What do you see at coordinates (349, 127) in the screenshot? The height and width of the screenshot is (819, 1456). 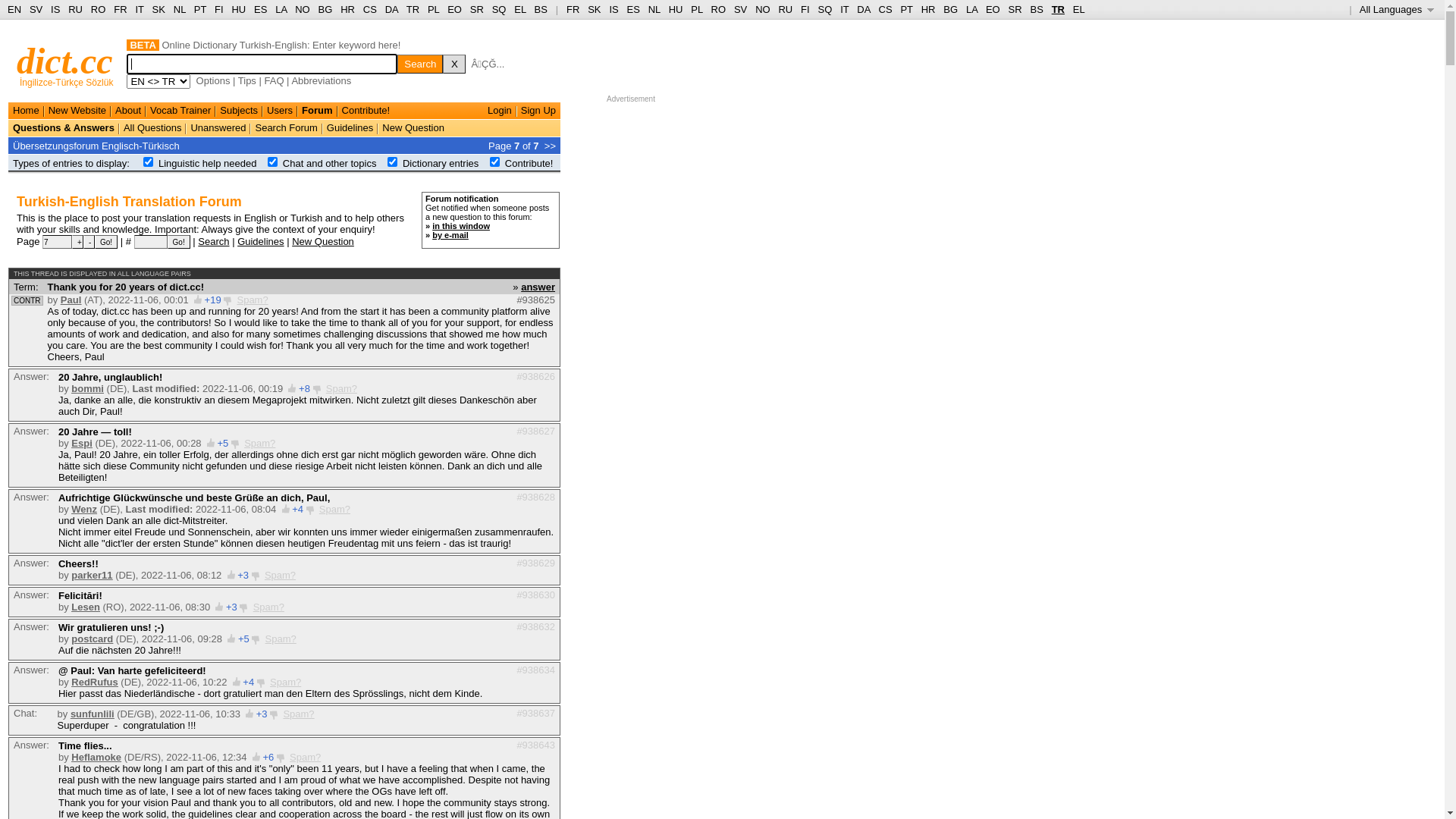 I see `'Guidelines'` at bounding box center [349, 127].